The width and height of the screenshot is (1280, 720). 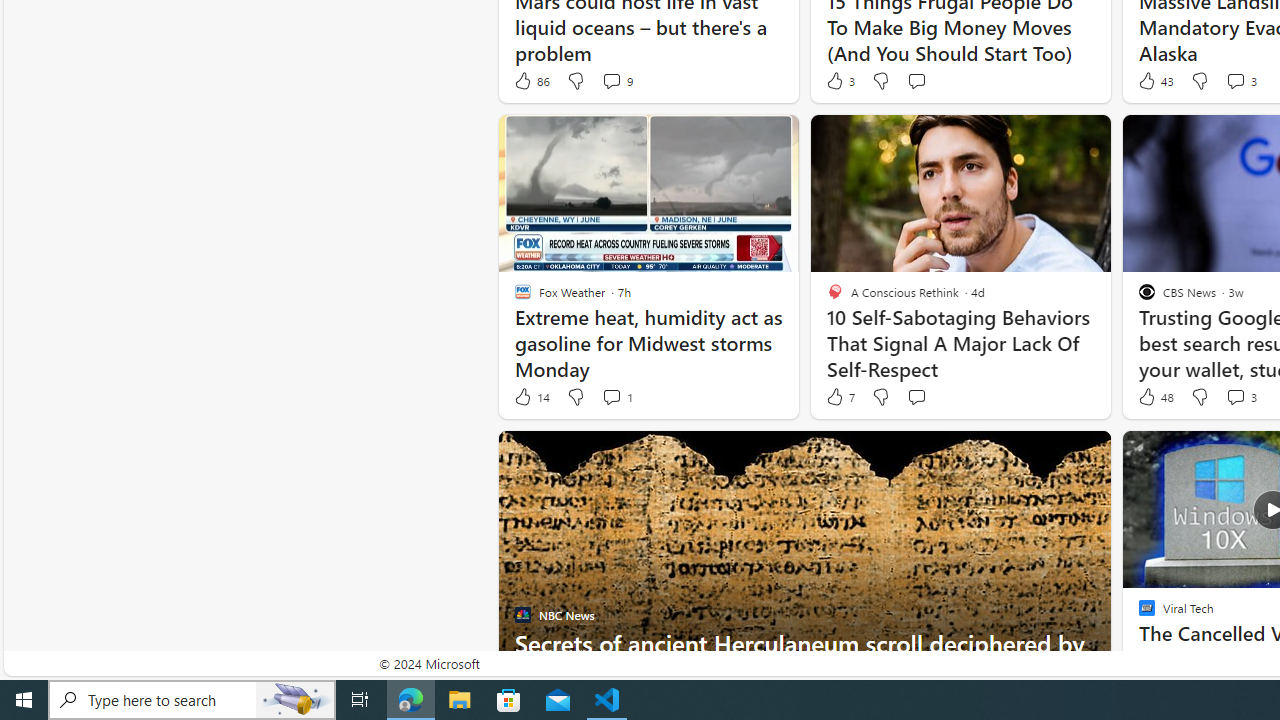 I want to click on 'View comments 1 Comment', so click(x=615, y=397).